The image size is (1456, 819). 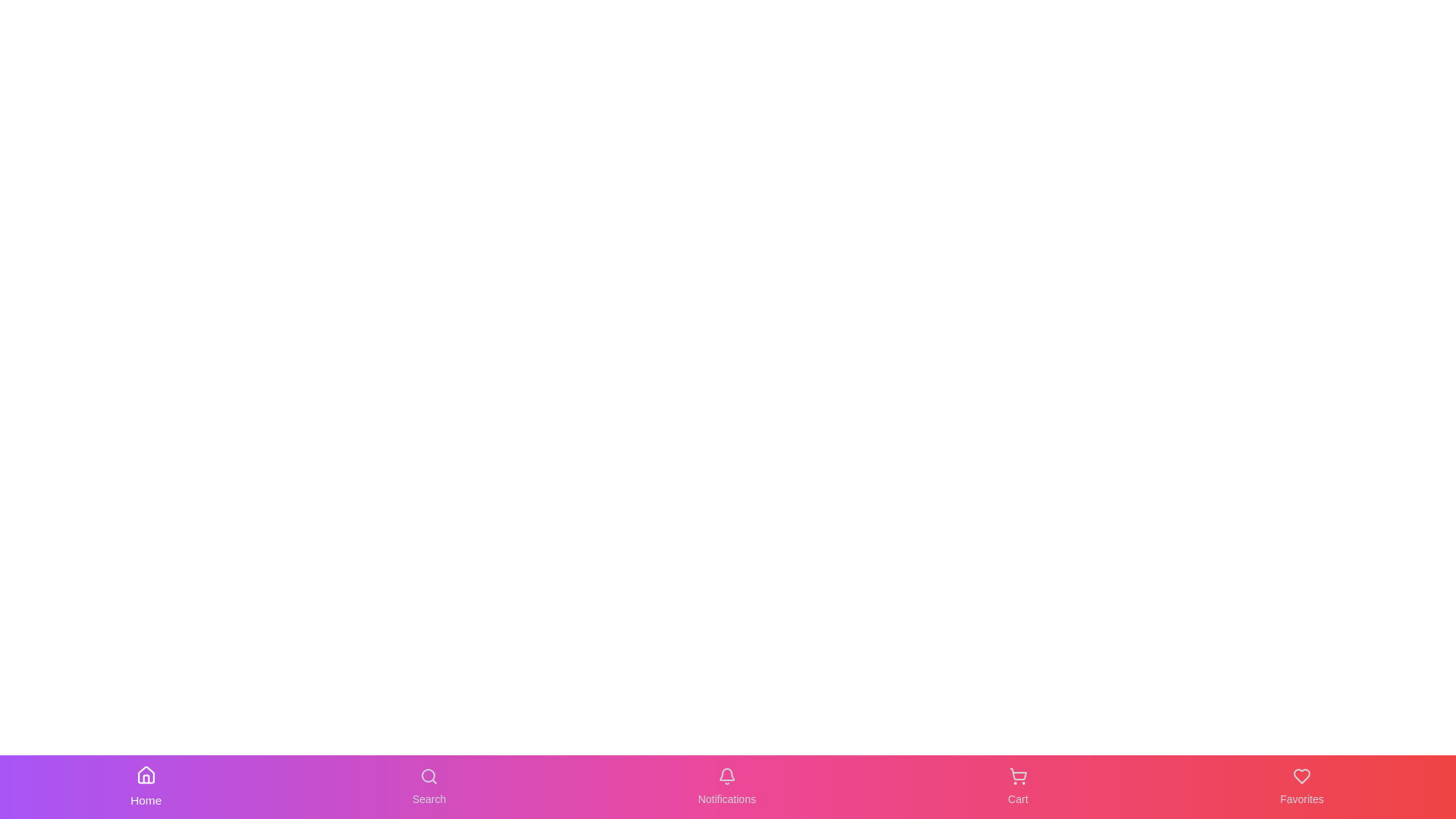 I want to click on the Search button to navigate to the corresponding section, so click(x=428, y=786).